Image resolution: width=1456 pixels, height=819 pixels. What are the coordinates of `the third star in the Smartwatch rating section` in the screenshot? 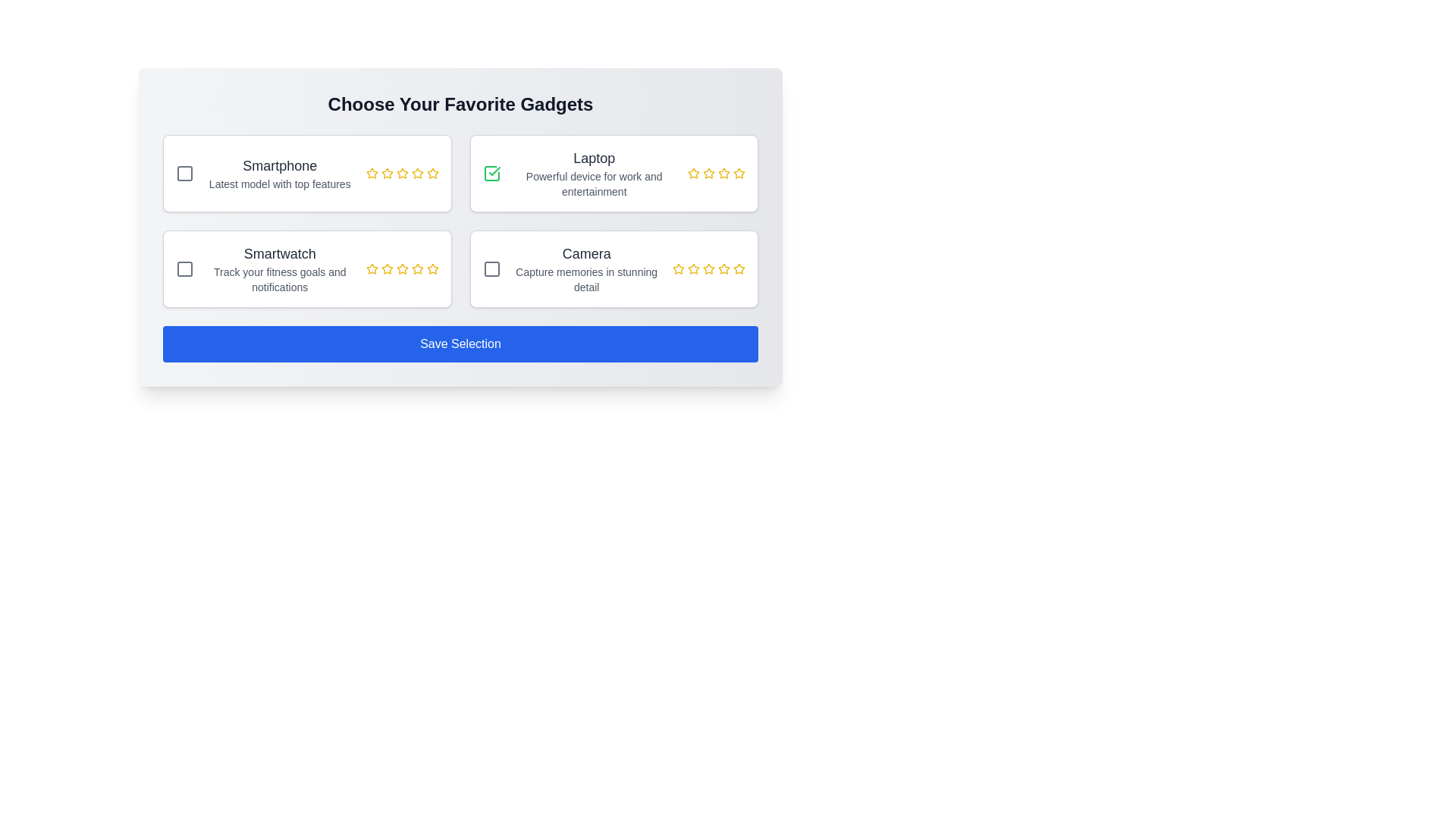 It's located at (372, 268).